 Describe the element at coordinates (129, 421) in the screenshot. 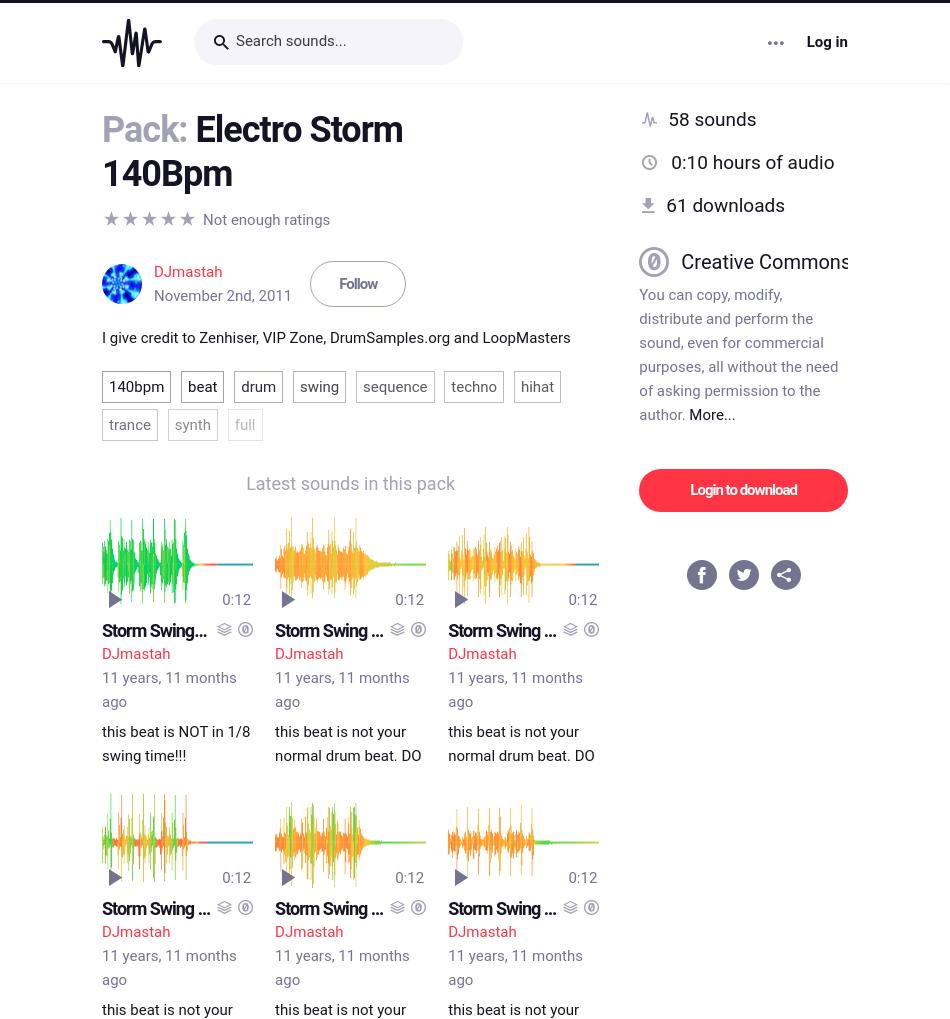

I see `'trance'` at that location.